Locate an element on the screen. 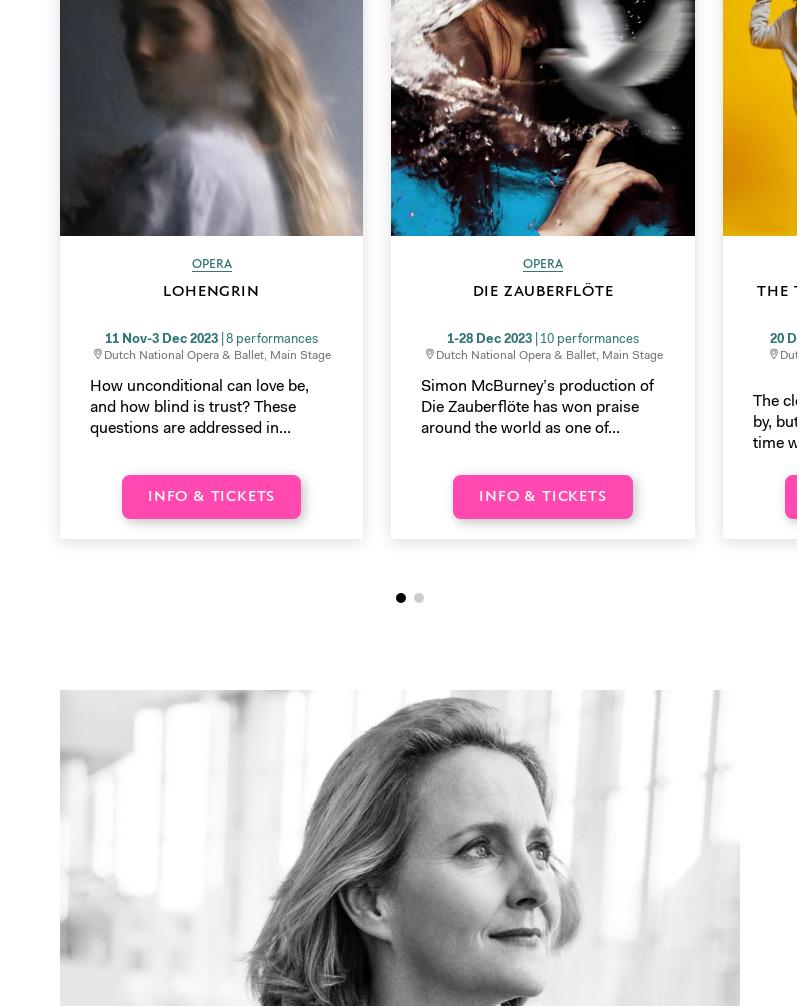  'Contact' is located at coordinates (441, 636).